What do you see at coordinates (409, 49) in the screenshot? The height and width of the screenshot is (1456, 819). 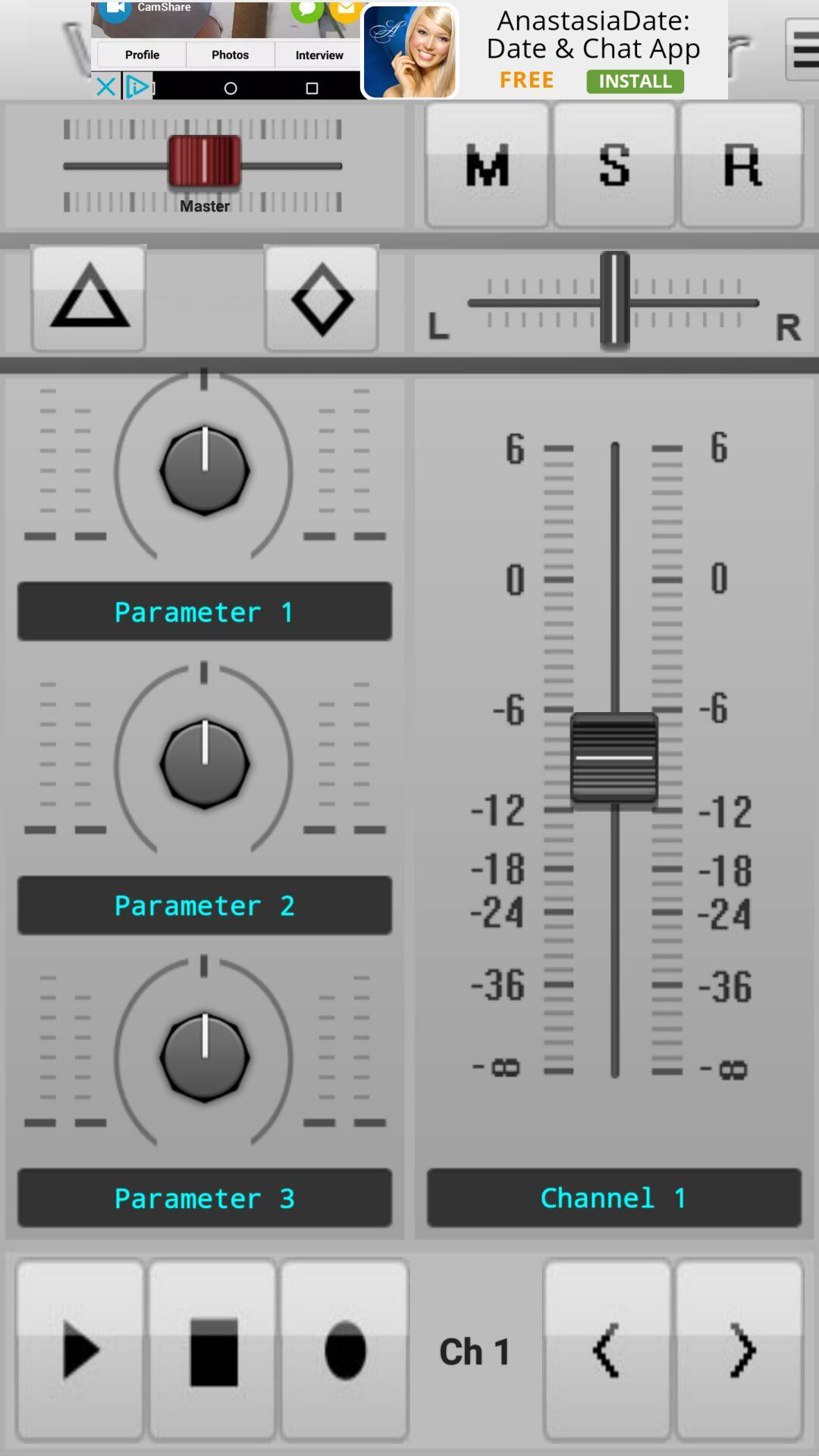 I see `open advertisements` at bounding box center [409, 49].